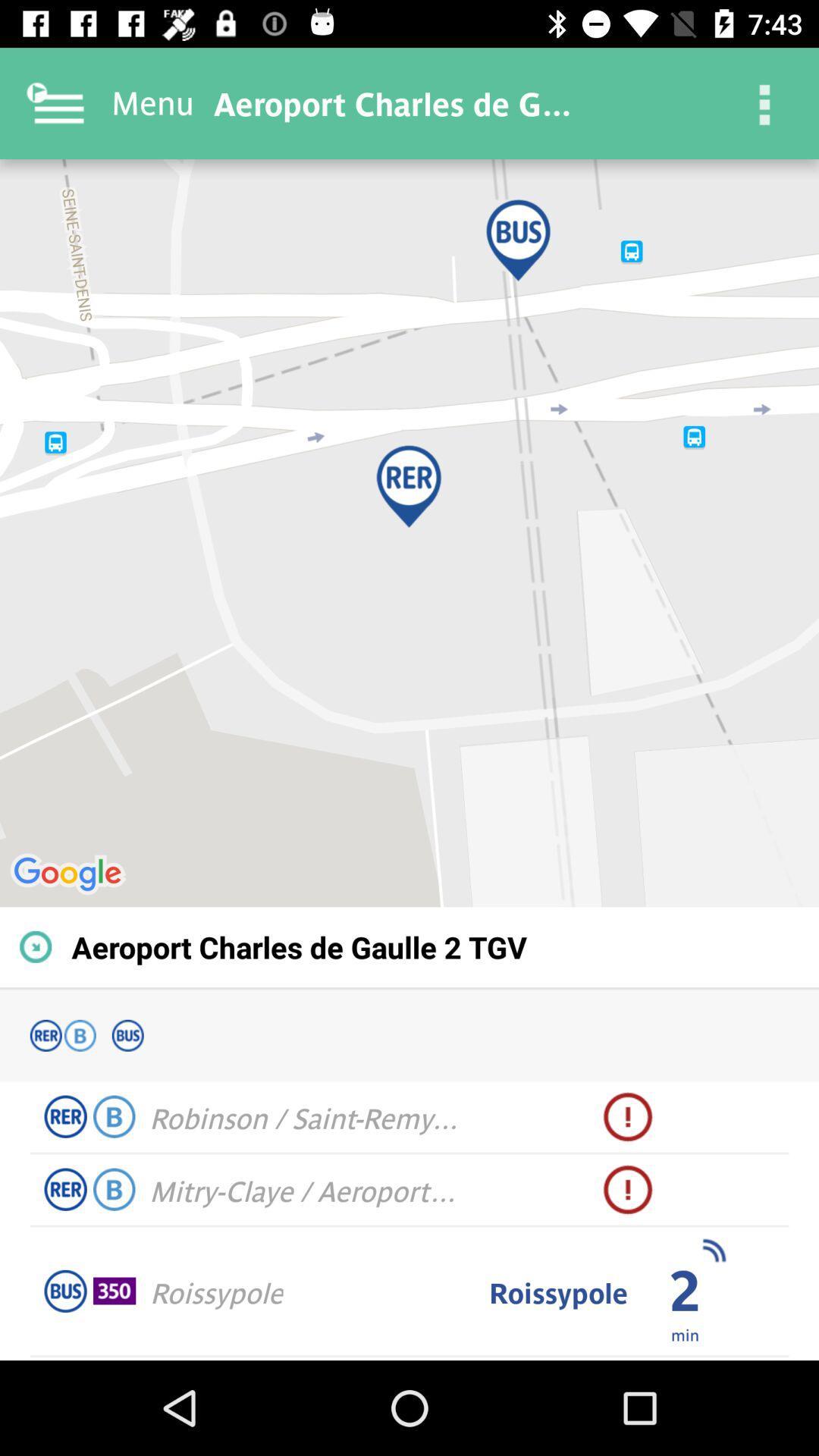  I want to click on the icon above the min, so click(714, 1250).